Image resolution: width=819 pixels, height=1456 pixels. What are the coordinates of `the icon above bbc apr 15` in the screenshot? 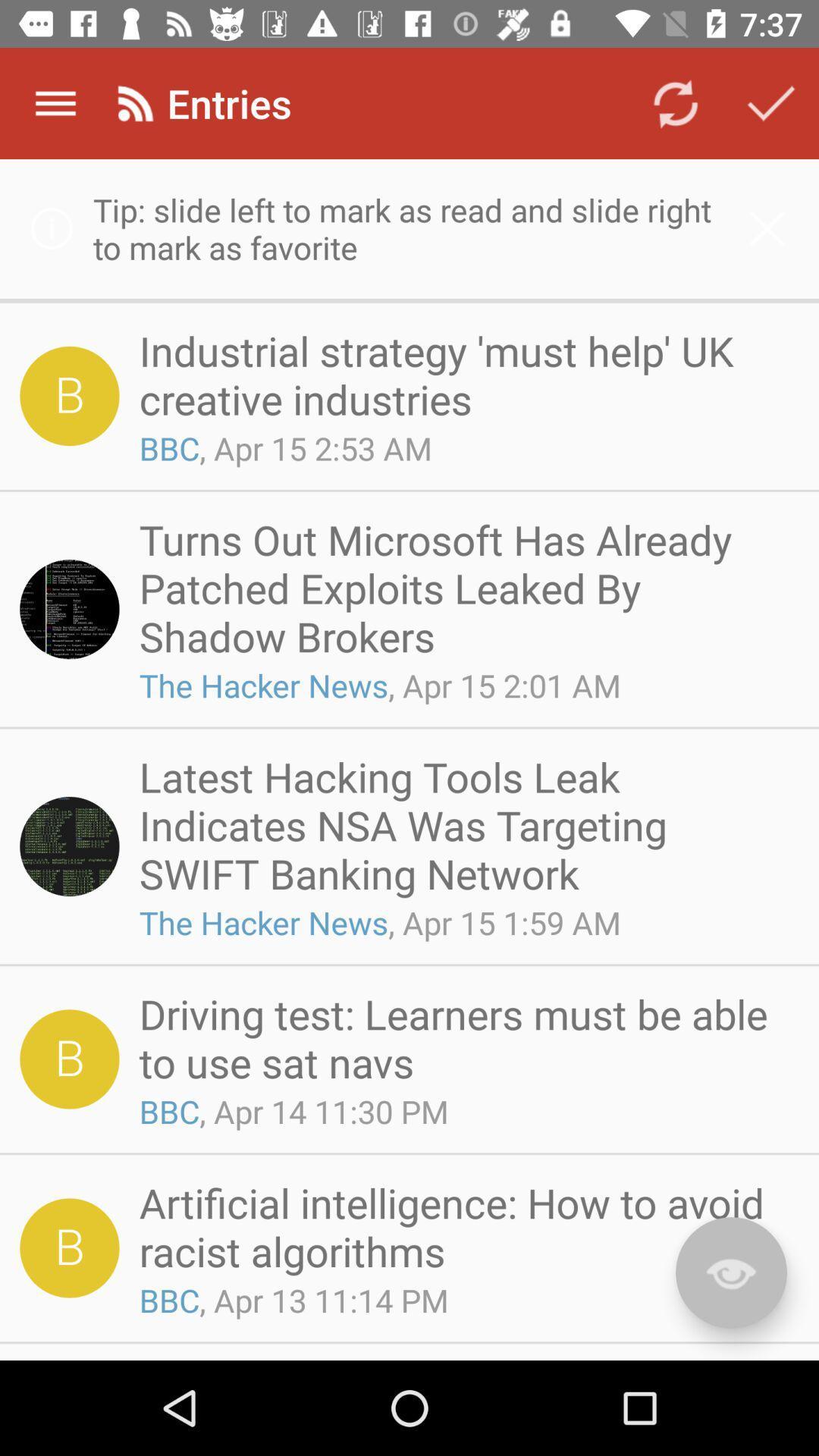 It's located at (463, 375).